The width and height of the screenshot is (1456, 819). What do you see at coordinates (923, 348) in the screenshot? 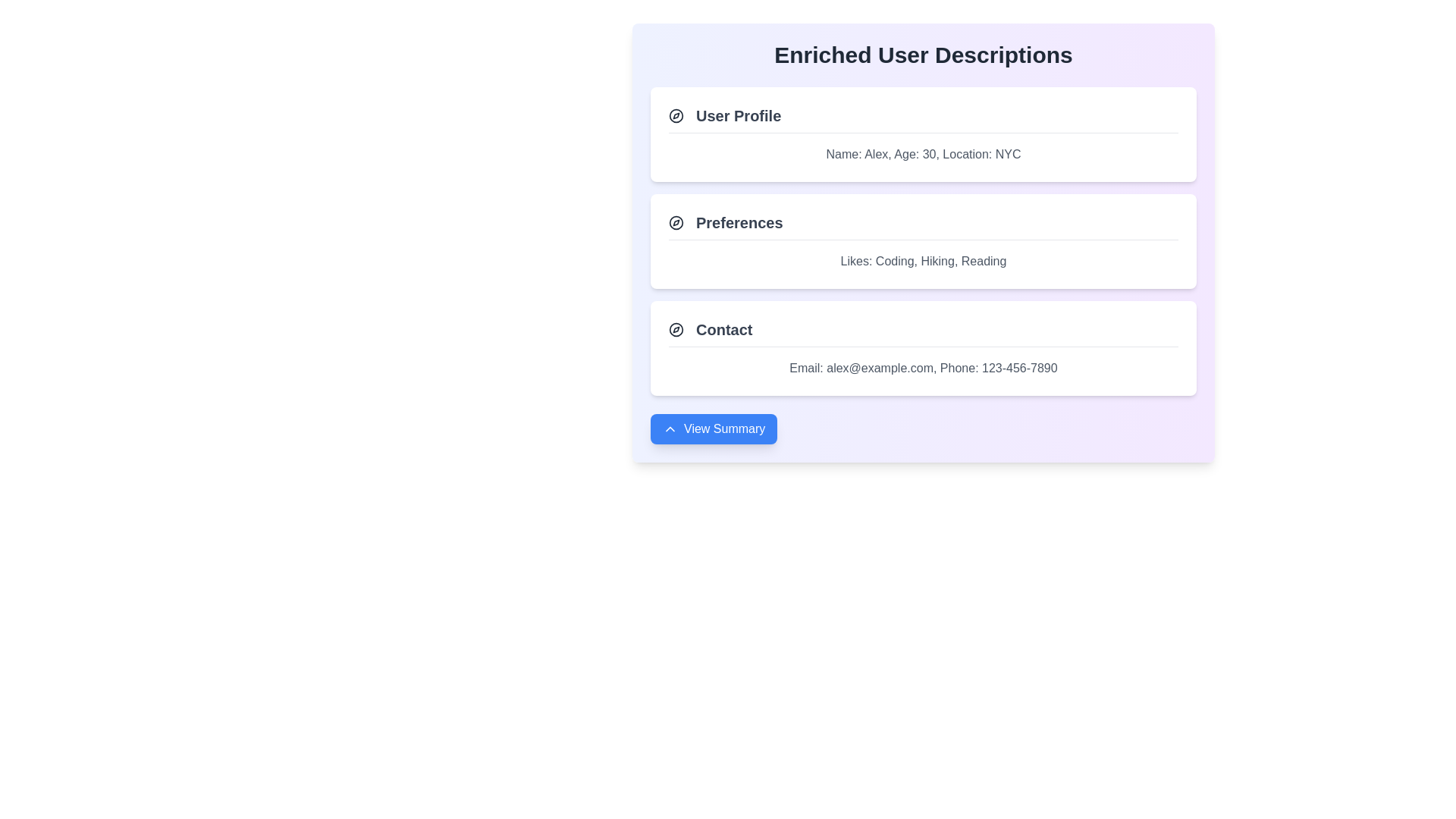
I see `icon contained in the third card of the user profile system, which displays contact information such as an email address and a phone number` at bounding box center [923, 348].